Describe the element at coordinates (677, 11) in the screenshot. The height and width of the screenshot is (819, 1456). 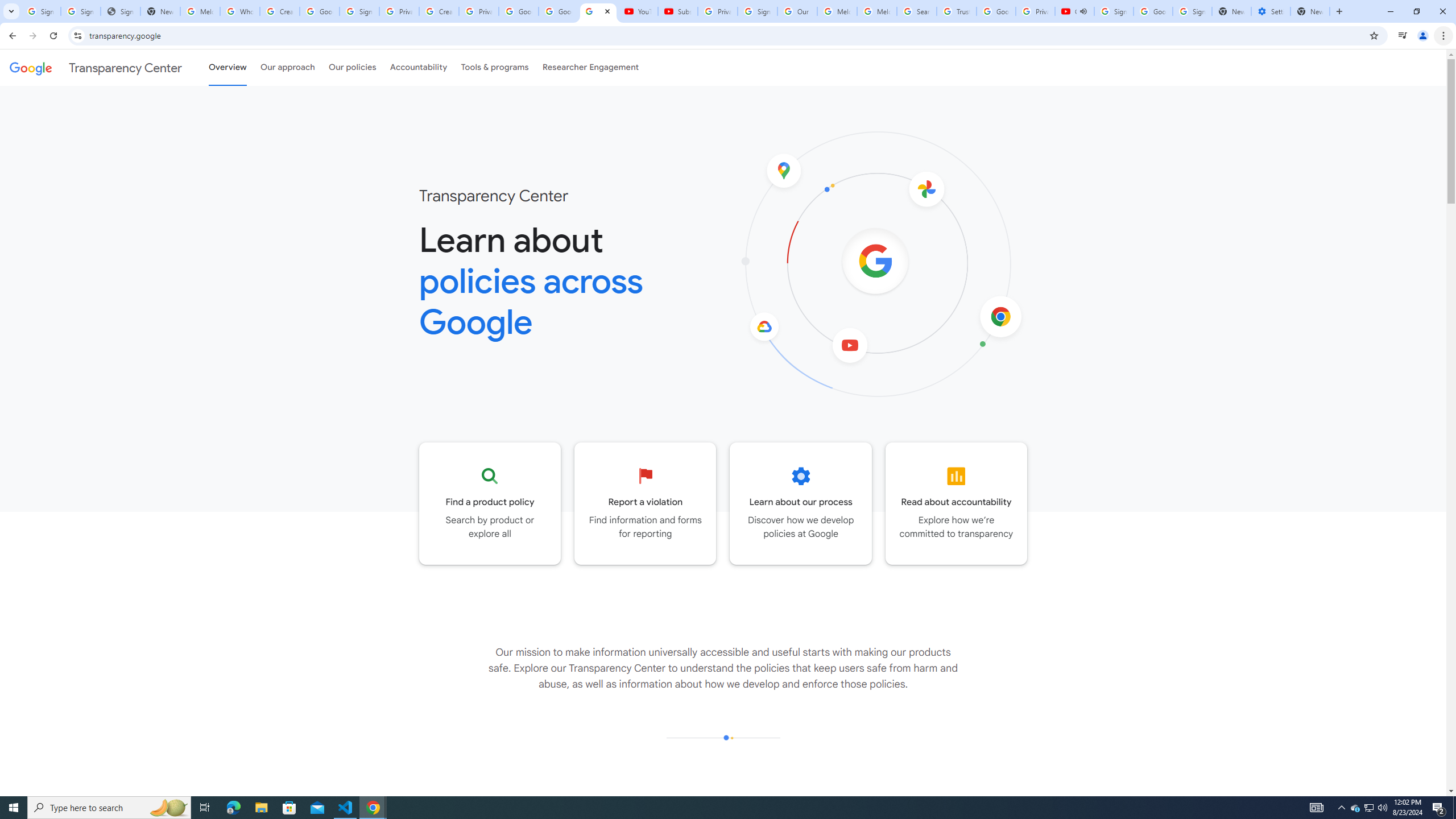
I see `'Subscriptions - YouTube'` at that location.